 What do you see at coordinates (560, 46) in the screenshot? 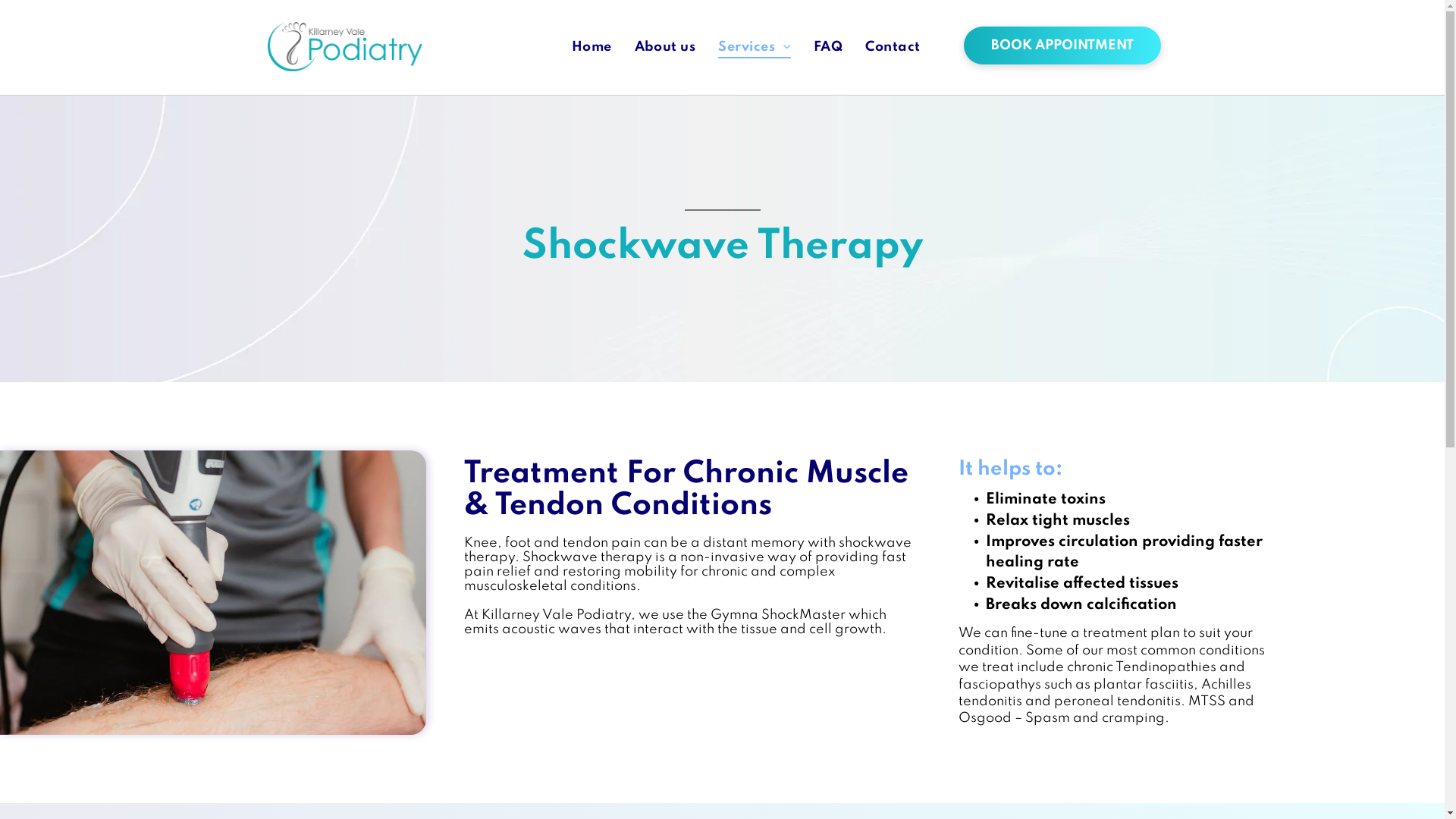
I see `'Home'` at bounding box center [560, 46].